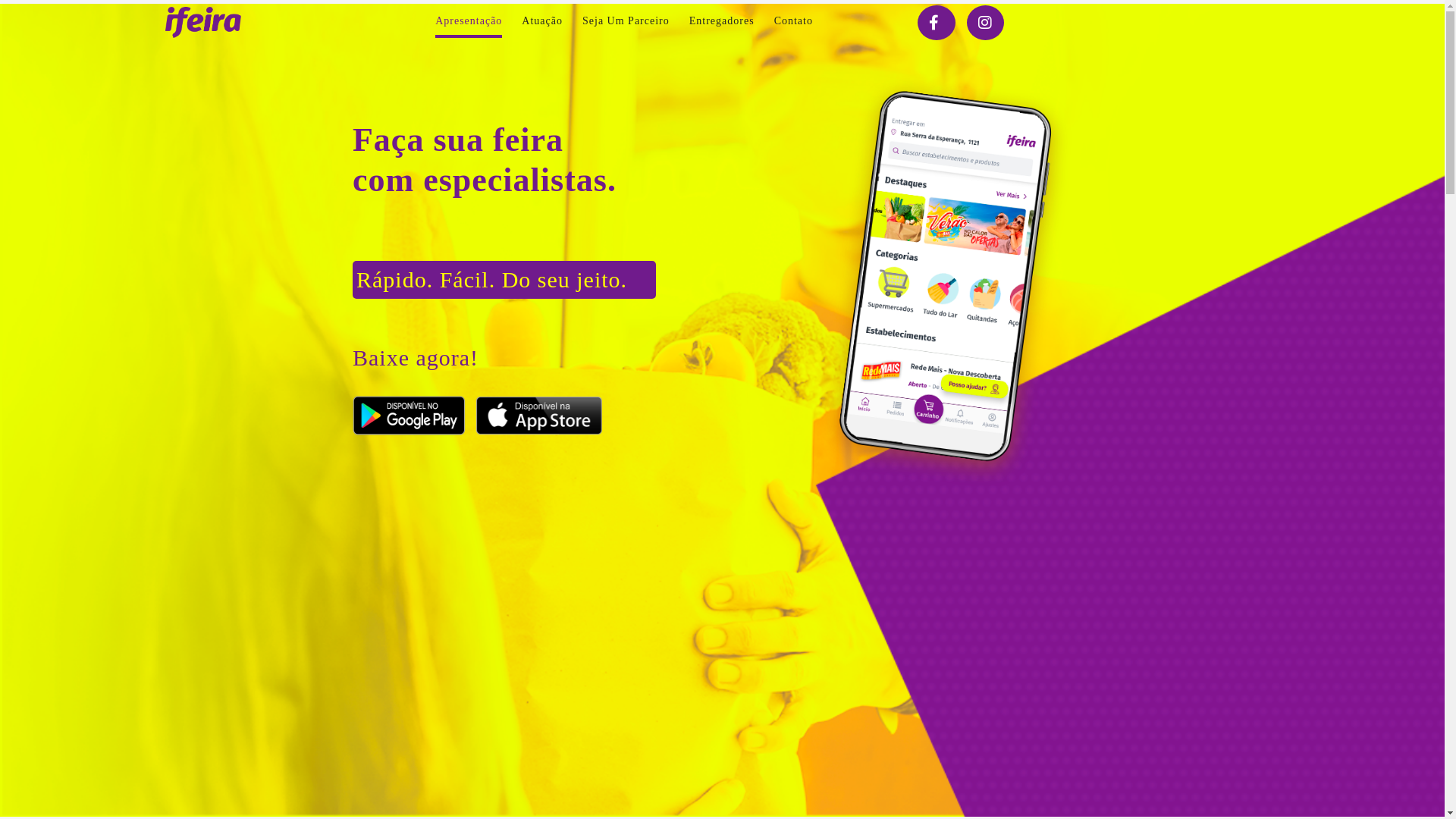 The image size is (1456, 819). I want to click on 'Entregadores', so click(720, 20).